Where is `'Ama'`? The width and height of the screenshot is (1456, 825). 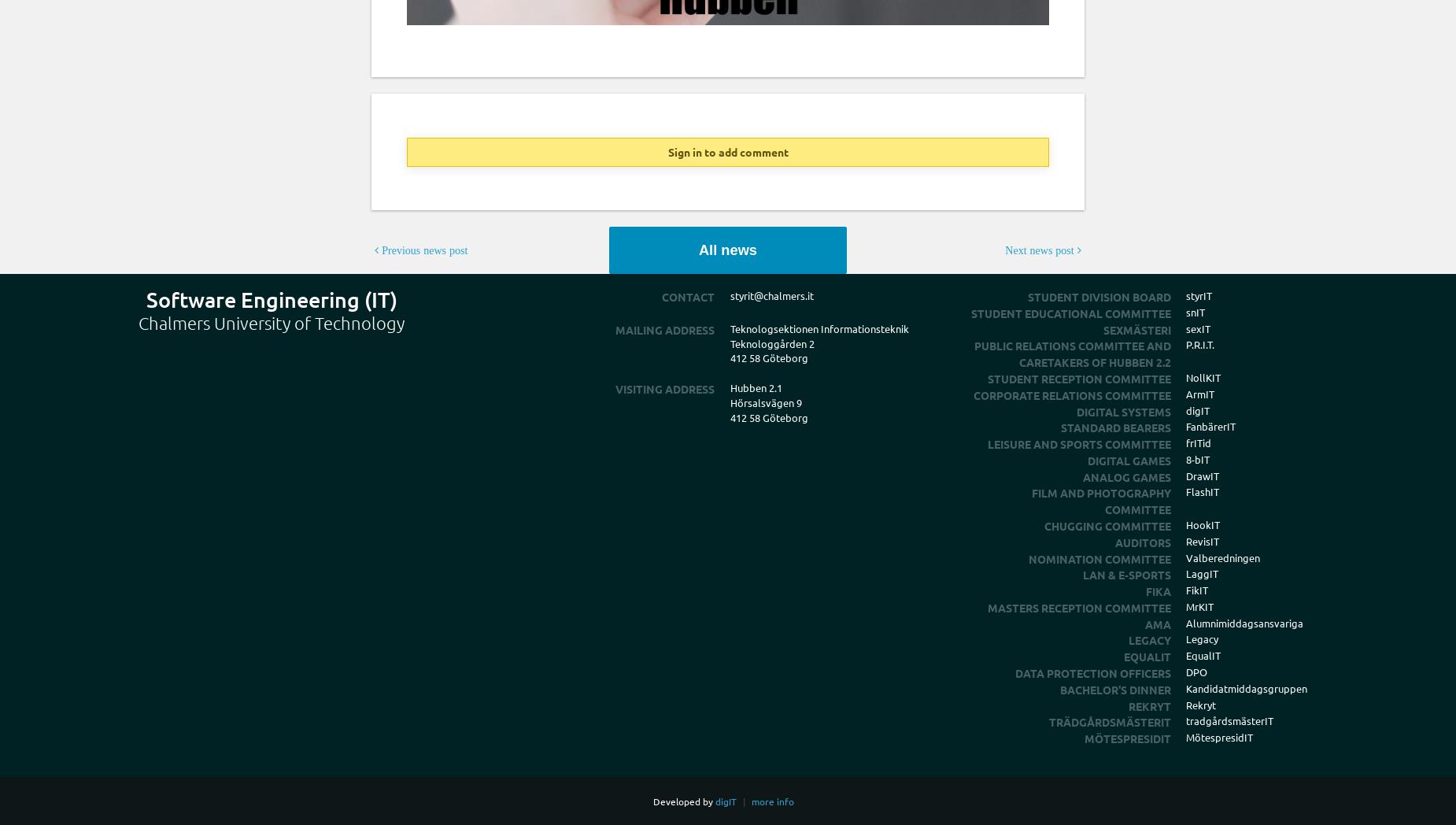
'Ama' is located at coordinates (1158, 622).